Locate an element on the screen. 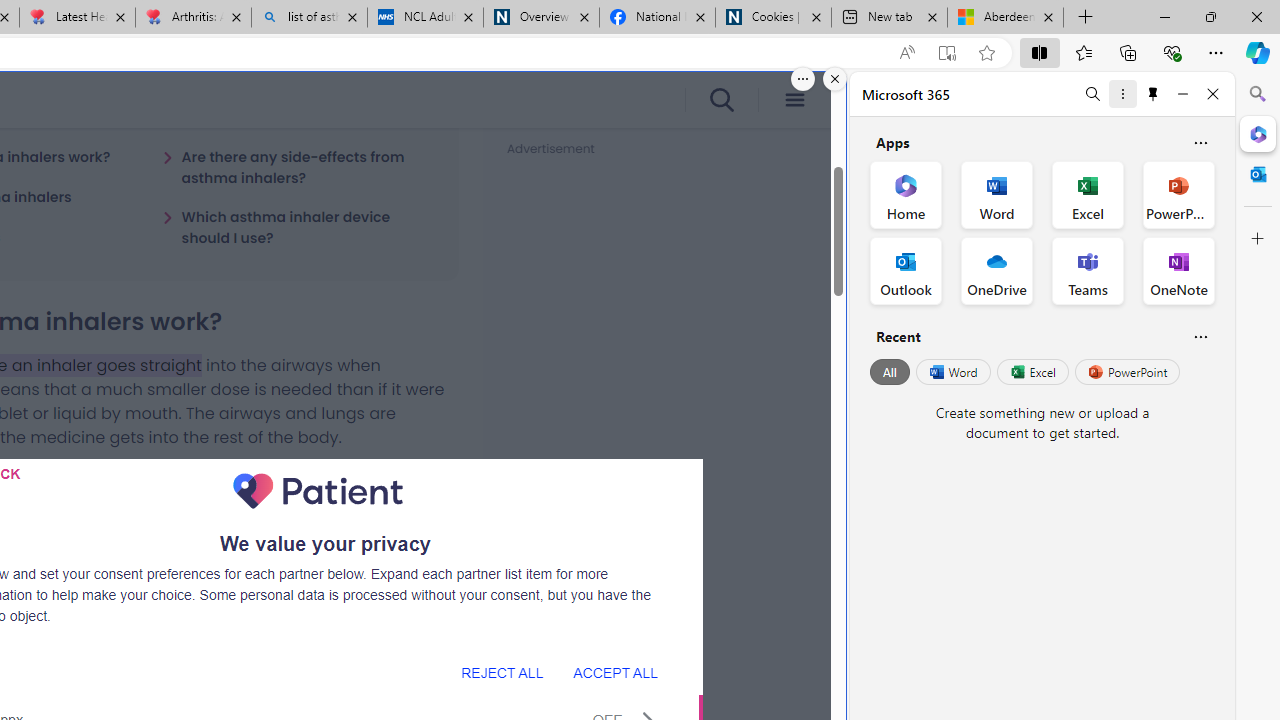 Image resolution: width=1280 pixels, height=720 pixels. 'OneNote Office App' is located at coordinates (1178, 271).